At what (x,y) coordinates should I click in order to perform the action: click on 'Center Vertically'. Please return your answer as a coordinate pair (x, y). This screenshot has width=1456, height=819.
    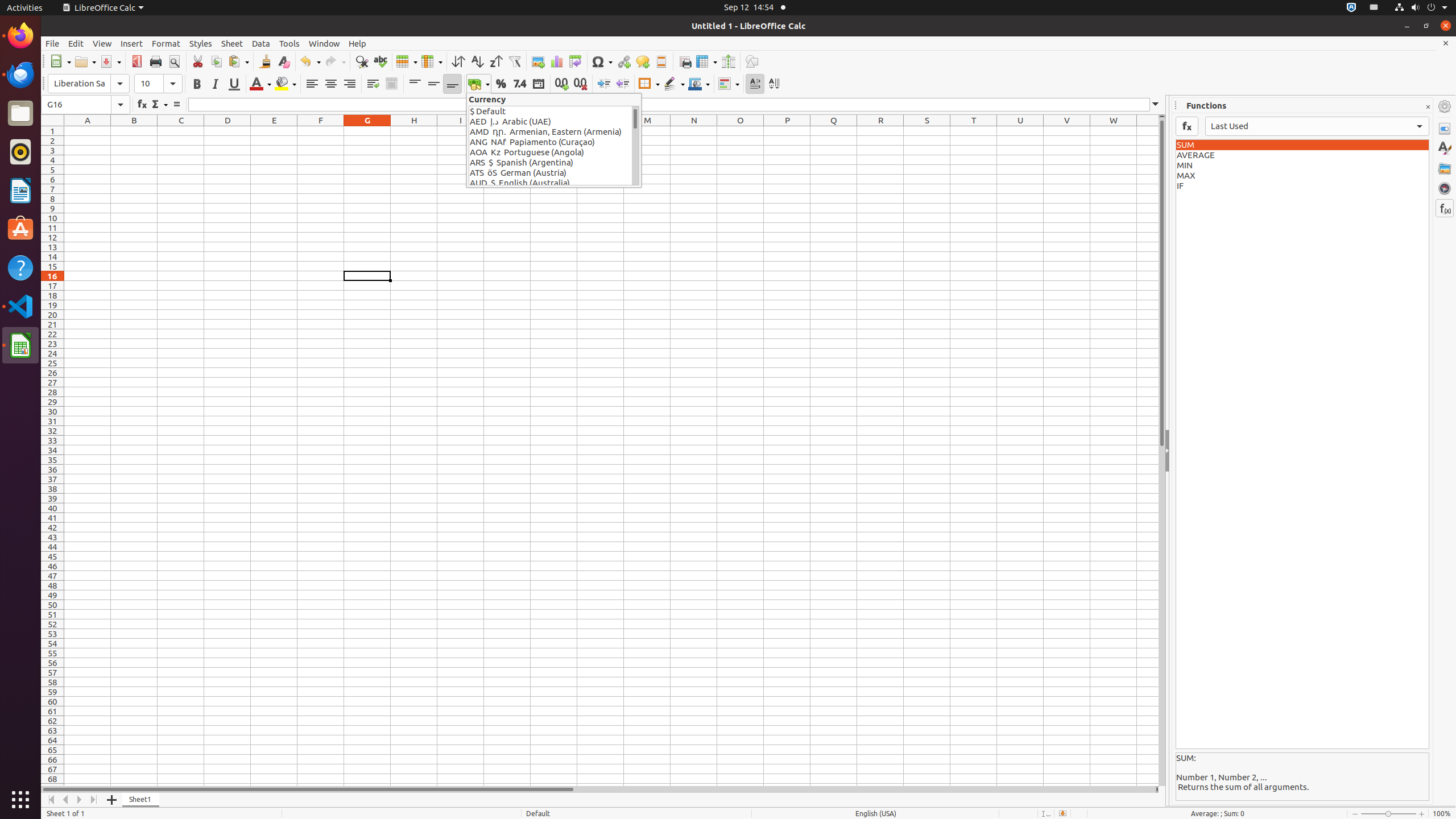
    Looking at the image, I should click on (433, 83).